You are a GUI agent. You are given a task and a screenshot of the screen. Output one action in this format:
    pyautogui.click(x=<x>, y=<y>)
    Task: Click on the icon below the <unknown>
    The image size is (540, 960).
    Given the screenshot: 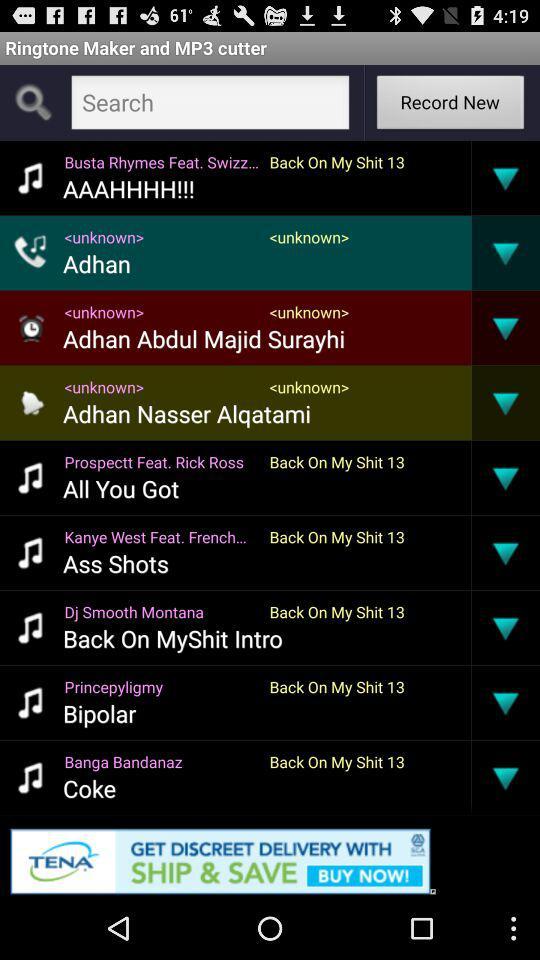 What is the action you would take?
    pyautogui.click(x=203, y=338)
    